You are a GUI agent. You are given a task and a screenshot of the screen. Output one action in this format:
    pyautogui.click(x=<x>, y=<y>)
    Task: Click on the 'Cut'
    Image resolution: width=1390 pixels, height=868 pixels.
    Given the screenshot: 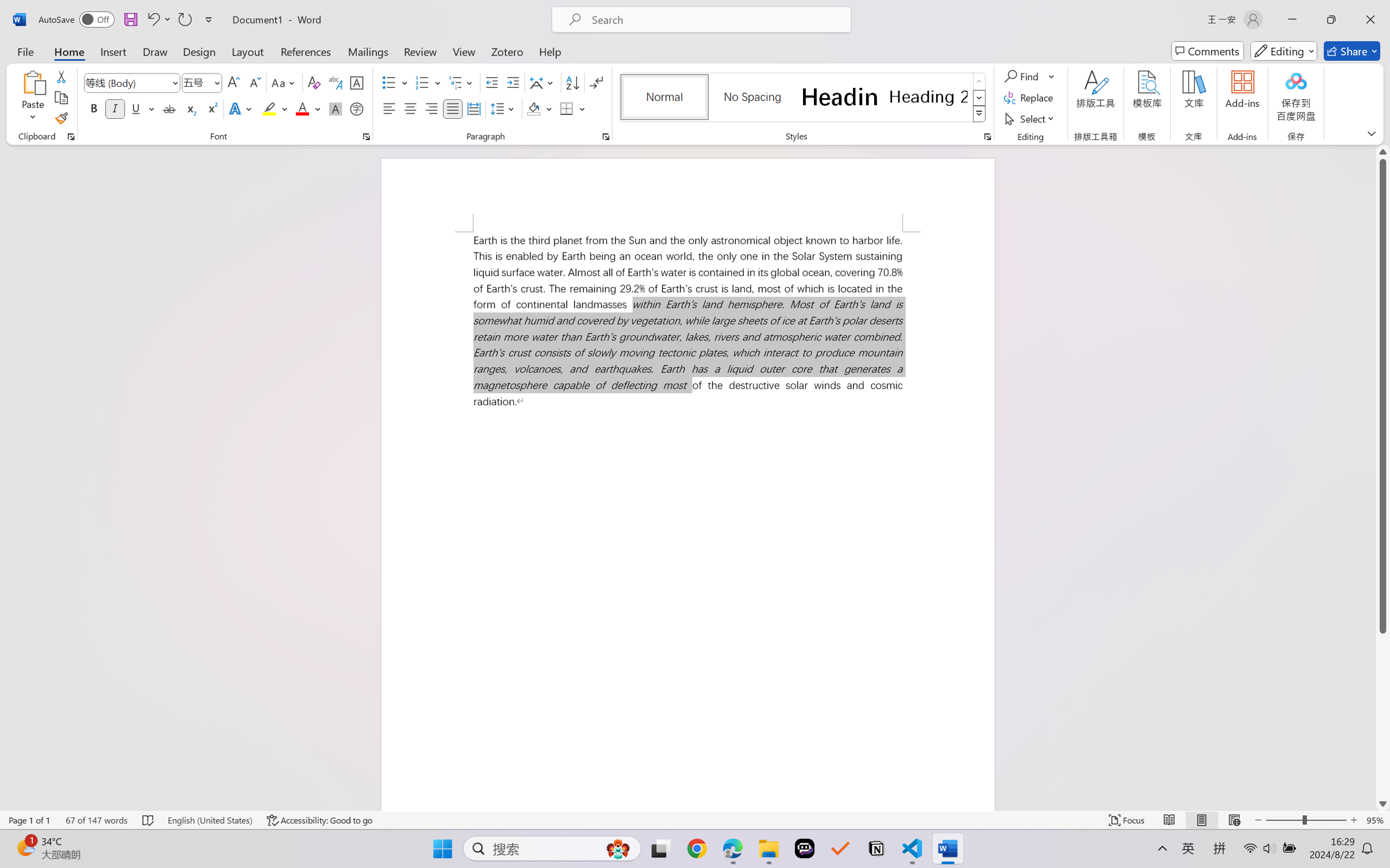 What is the action you would take?
    pyautogui.click(x=60, y=75)
    